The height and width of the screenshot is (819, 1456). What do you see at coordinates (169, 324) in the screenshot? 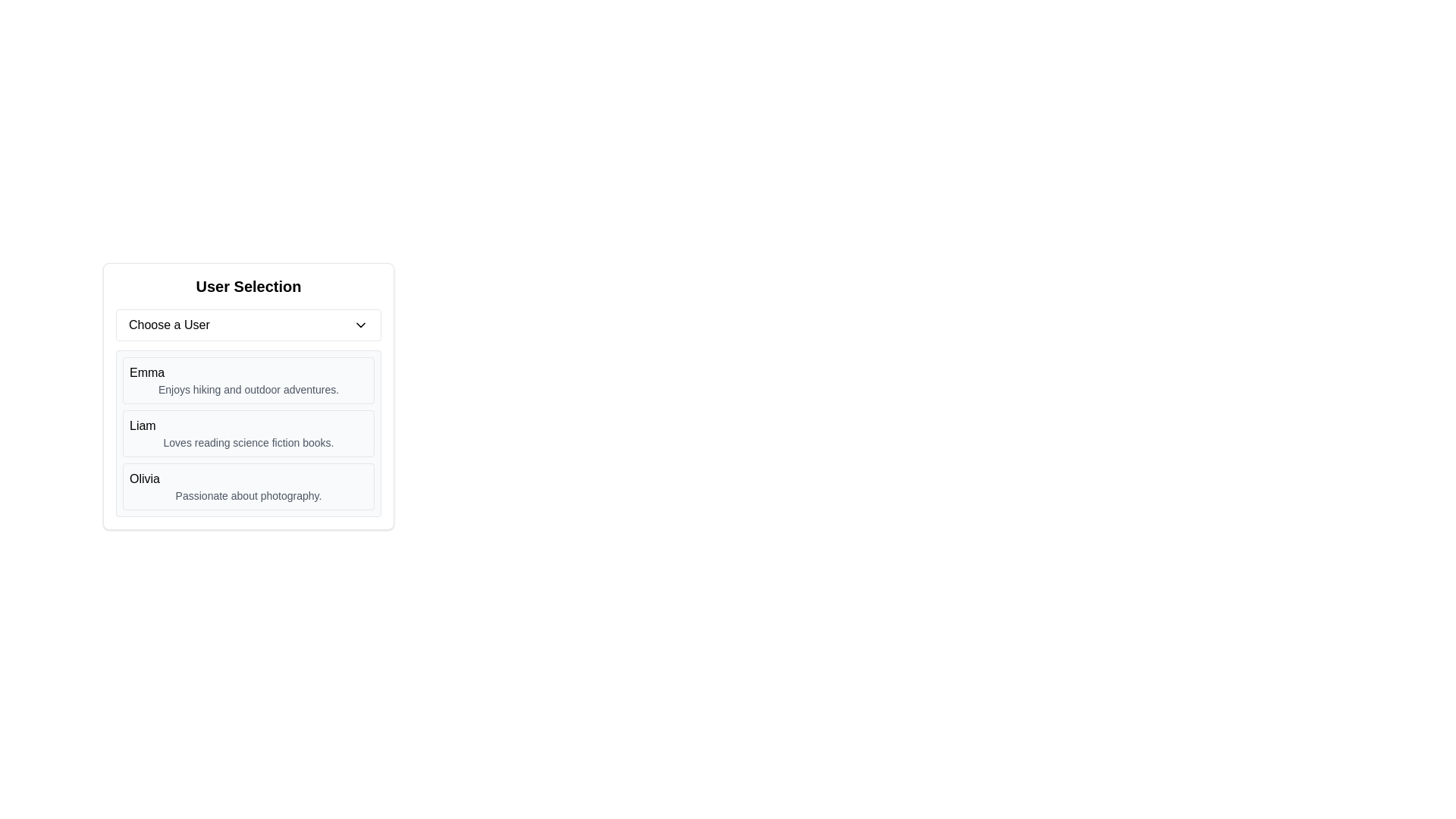
I see `the text label located at the upper-left section within the dropdown selection component, which indicates the dropdown's purpose and is horizontally aligned with the chevron icon on the far right` at bounding box center [169, 324].